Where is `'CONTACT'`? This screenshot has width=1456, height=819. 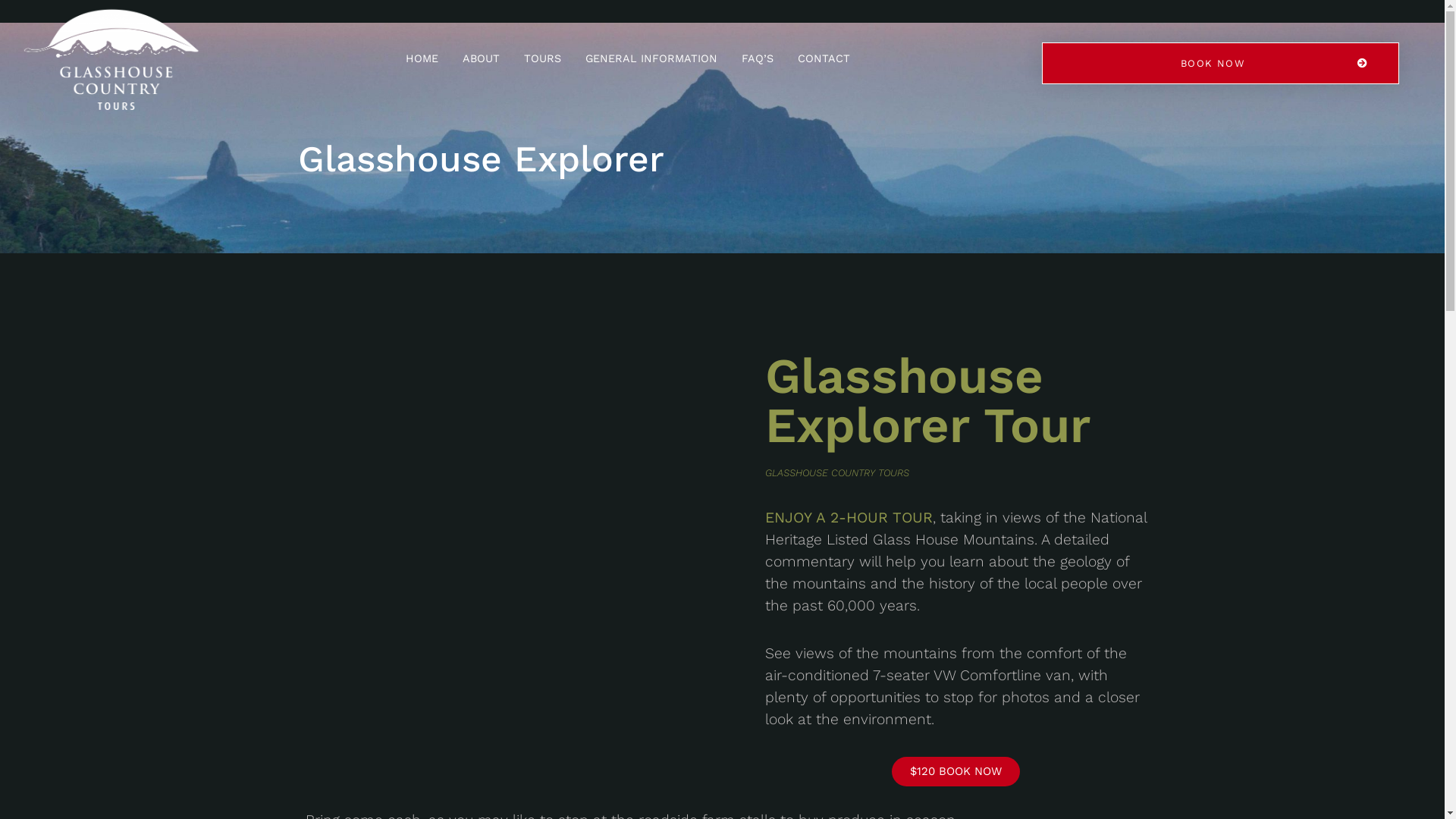
'CONTACT' is located at coordinates (823, 58).